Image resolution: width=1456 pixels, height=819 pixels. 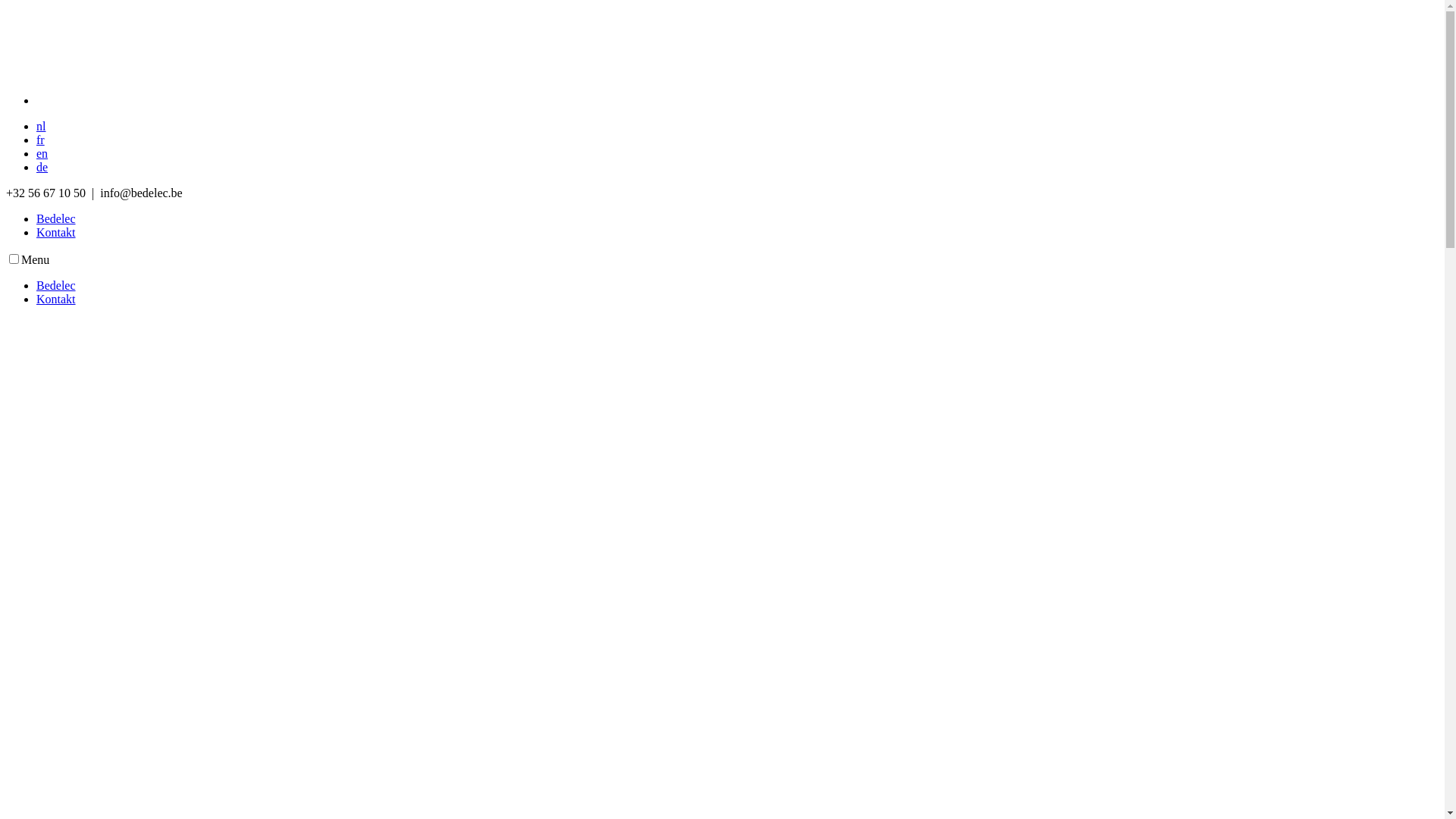 I want to click on 'fr', so click(x=40, y=140).